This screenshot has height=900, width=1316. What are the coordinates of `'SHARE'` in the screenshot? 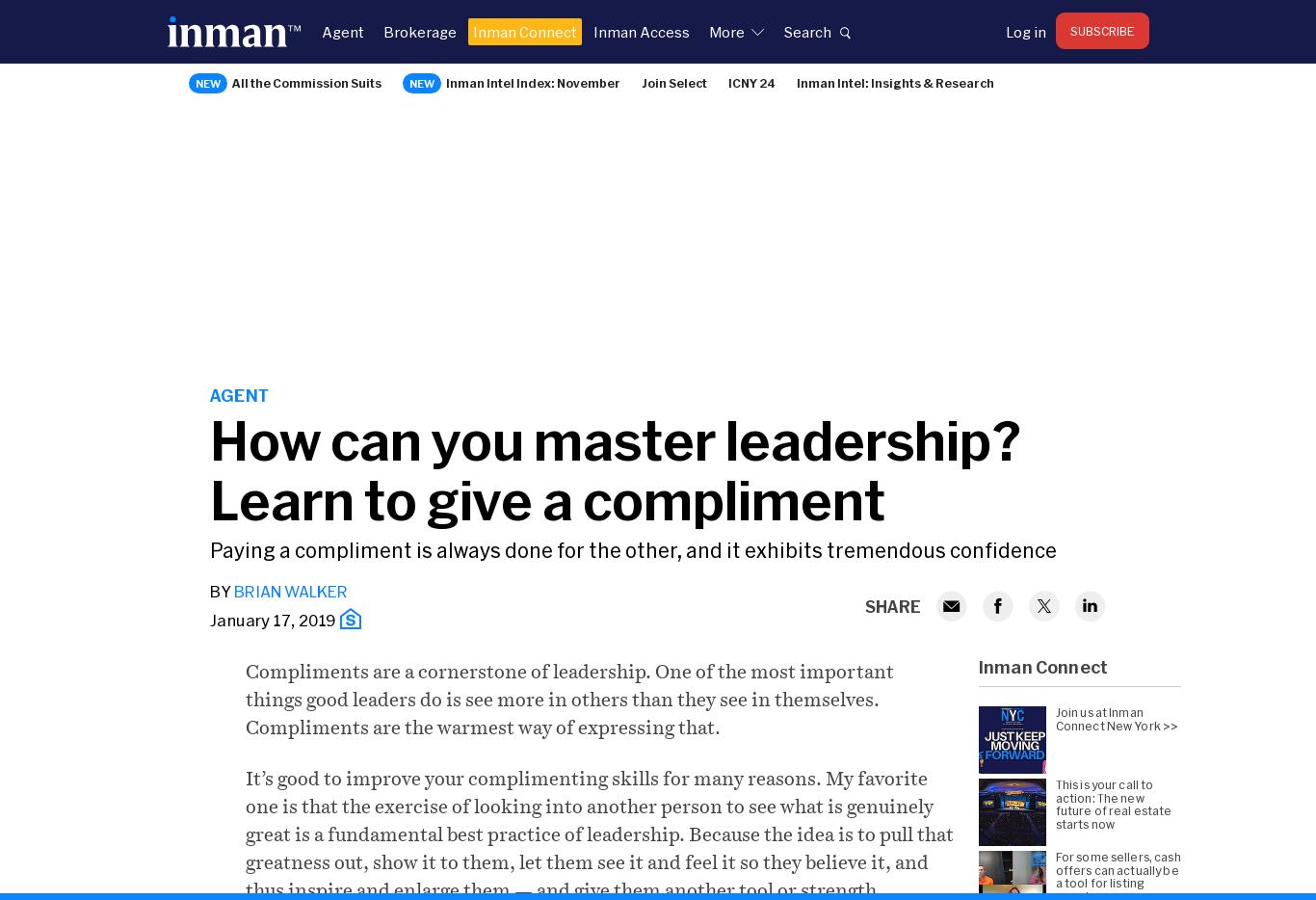 It's located at (864, 605).